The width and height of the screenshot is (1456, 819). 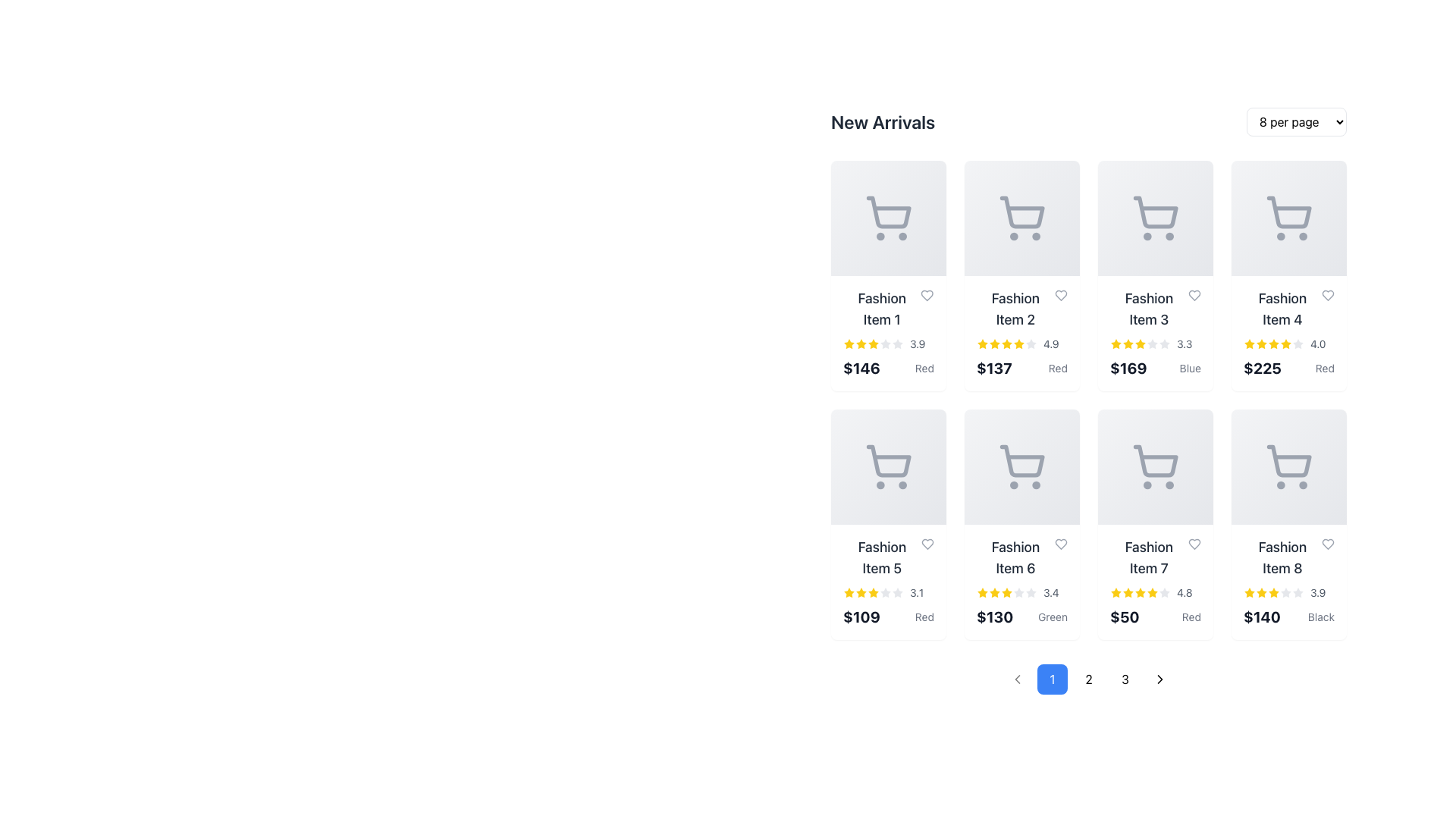 I want to click on the shopping cart icon located in the bottom half of the interactive card for Fashion Item 6, so click(x=1022, y=466).